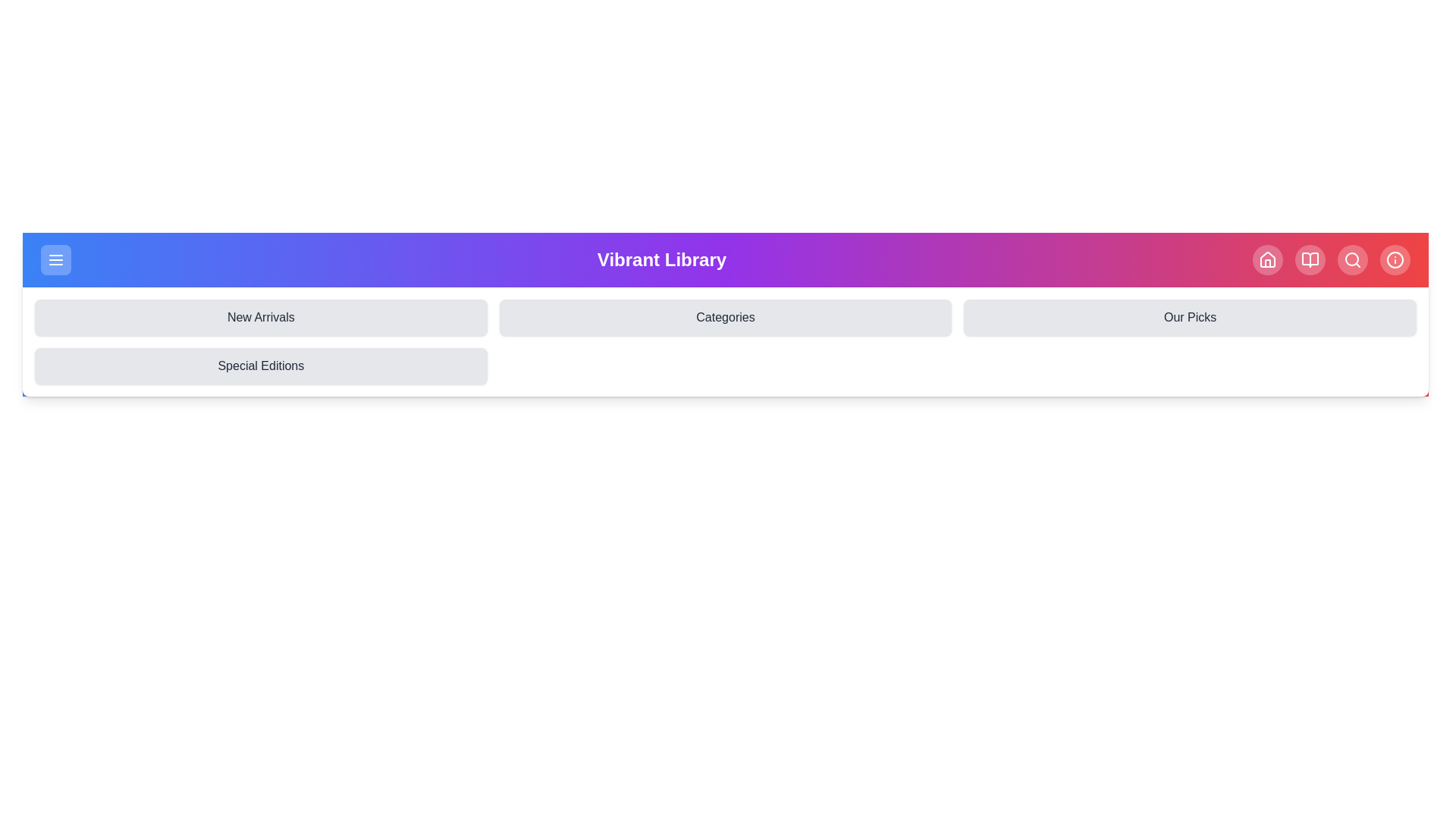  What do you see at coordinates (662, 259) in the screenshot?
I see `the title text 'Vibrant Library' to select it for copying` at bounding box center [662, 259].